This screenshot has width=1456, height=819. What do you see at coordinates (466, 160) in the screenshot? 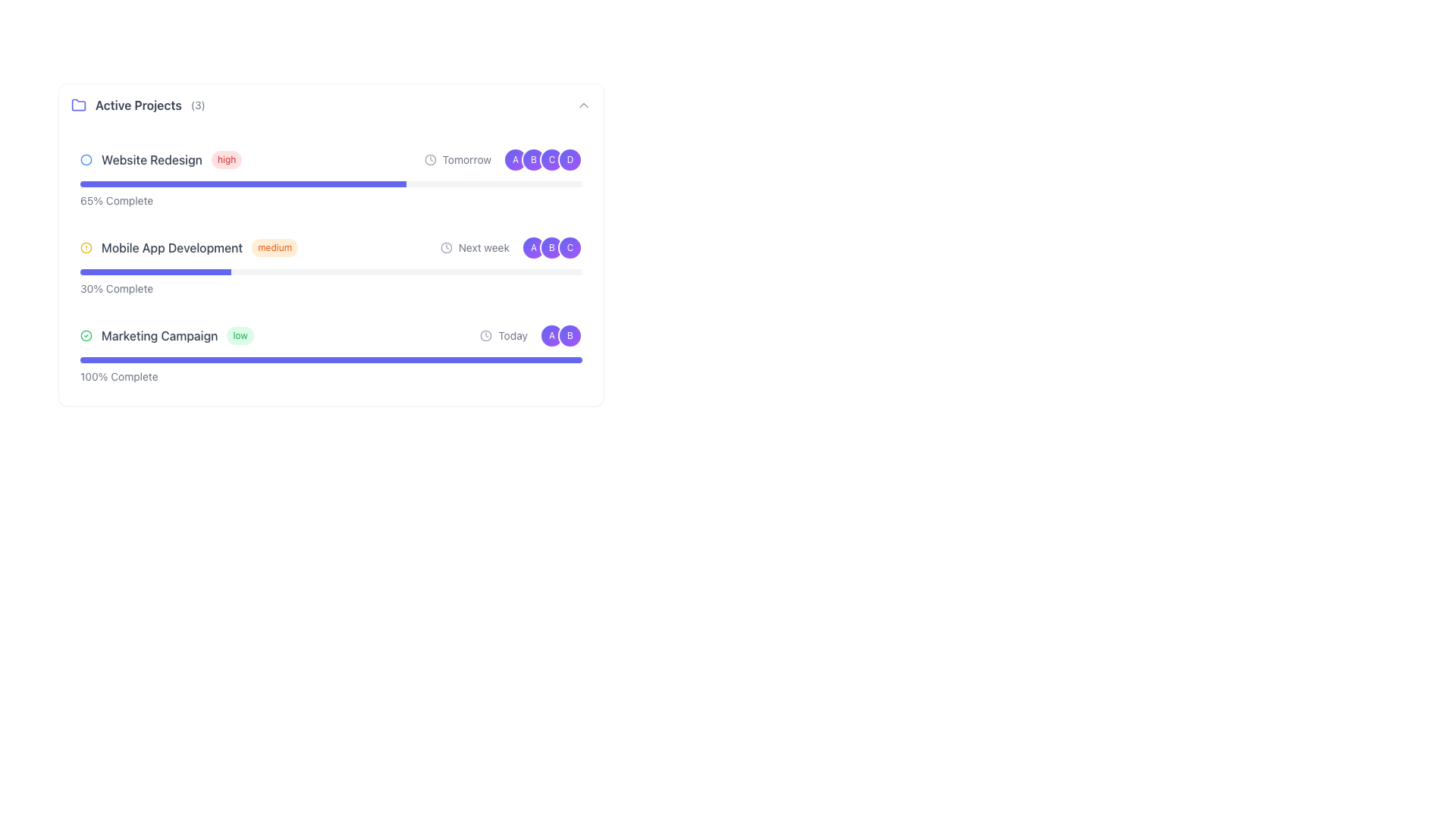
I see `the text content of the label displaying 'Tomorrow' in small gray font, which is linked to scheduling or deadlines, located to the right of a clock icon within the 'Website Redesign' project line` at bounding box center [466, 160].